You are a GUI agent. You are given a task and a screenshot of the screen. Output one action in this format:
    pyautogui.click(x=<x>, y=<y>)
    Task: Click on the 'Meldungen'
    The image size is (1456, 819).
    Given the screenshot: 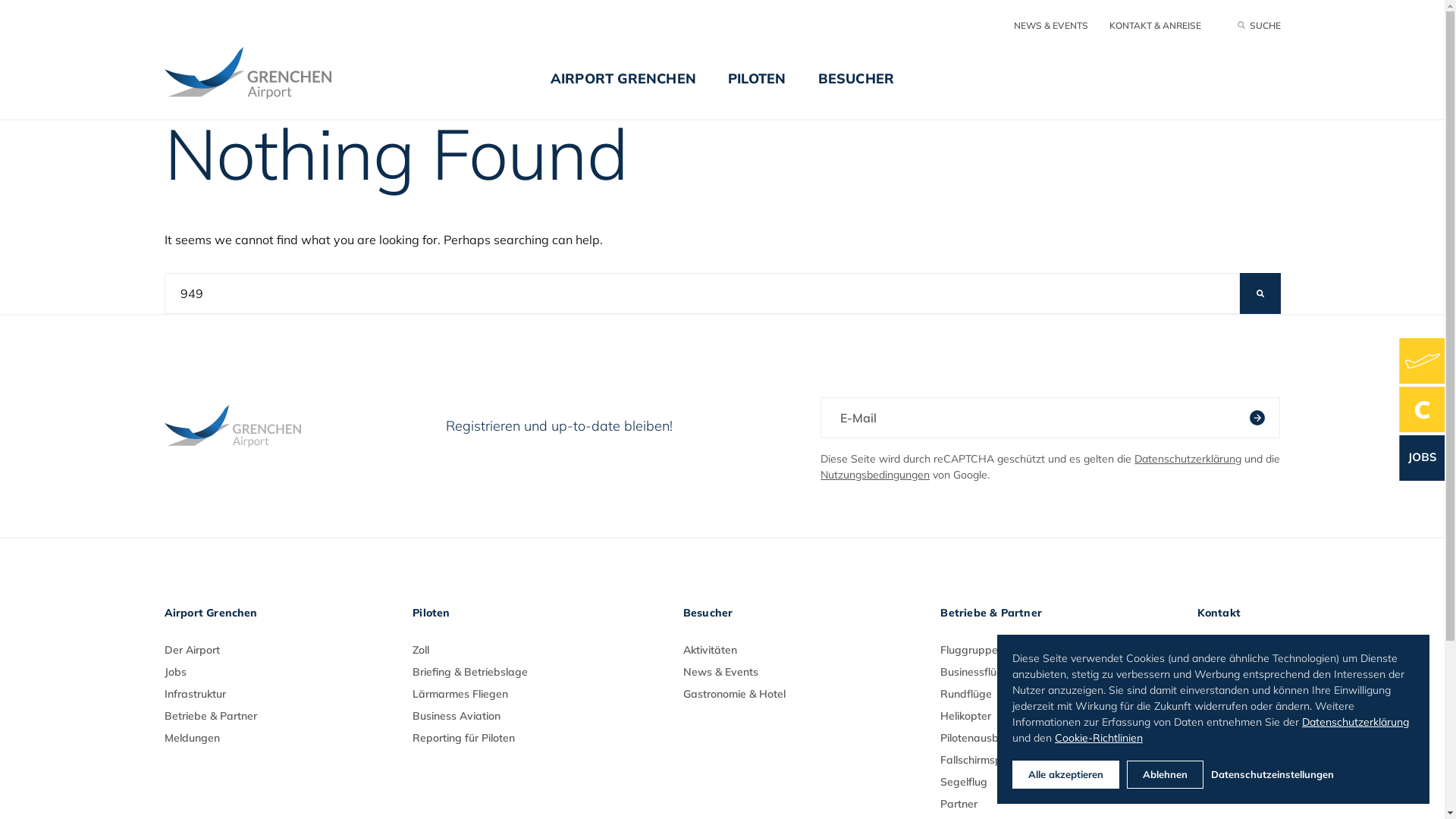 What is the action you would take?
    pyautogui.click(x=190, y=736)
    